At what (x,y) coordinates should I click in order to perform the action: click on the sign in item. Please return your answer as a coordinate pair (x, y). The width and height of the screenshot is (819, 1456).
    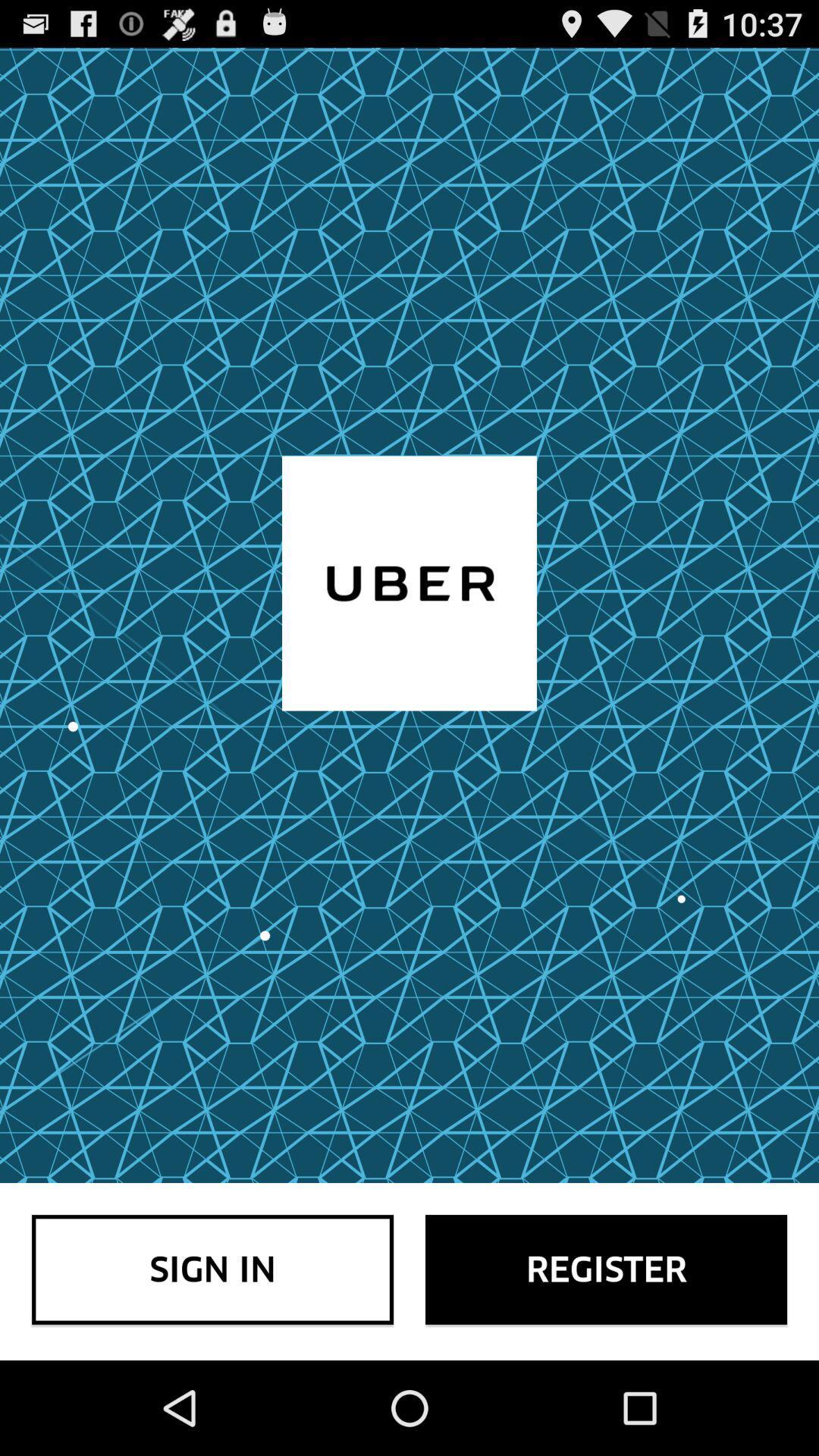
    Looking at the image, I should click on (212, 1269).